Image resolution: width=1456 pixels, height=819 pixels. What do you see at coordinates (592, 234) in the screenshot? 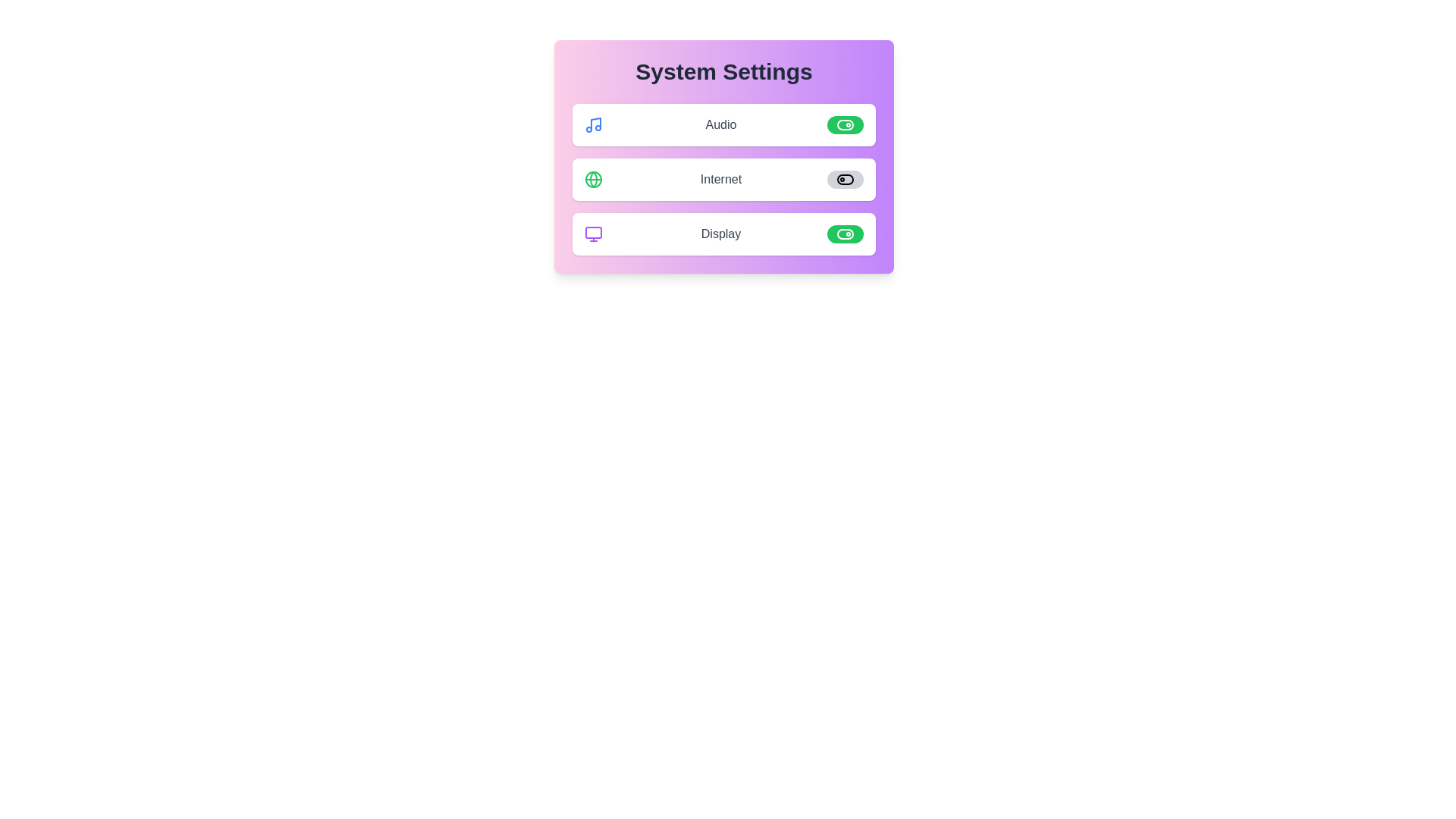
I see `the decorative icon for the 'Display' setting located in the bottom row of the 'System Settings' card, to the left of the label 'Display'` at bounding box center [592, 234].